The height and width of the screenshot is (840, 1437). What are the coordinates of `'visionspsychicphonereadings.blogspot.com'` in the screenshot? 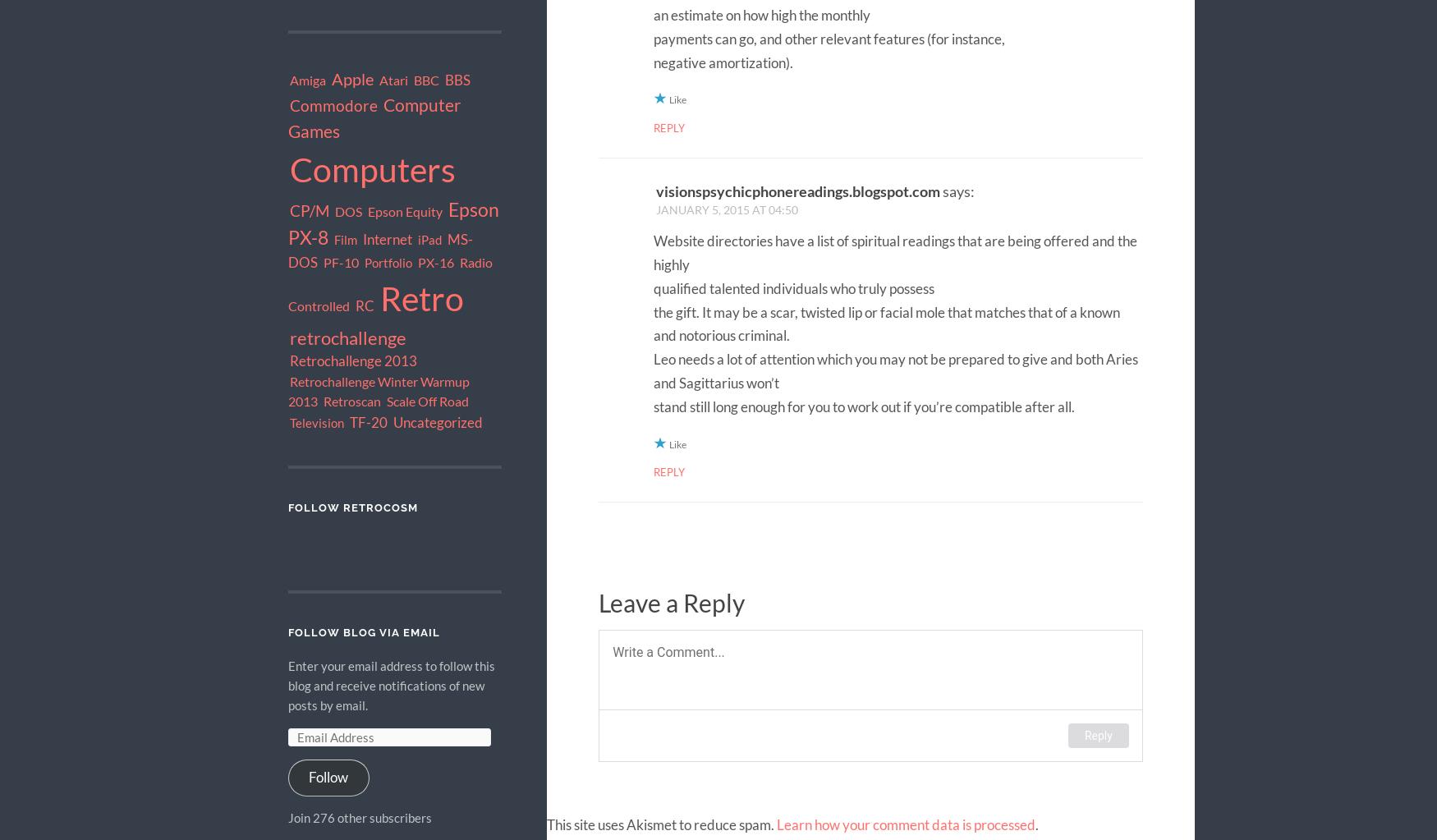 It's located at (797, 190).